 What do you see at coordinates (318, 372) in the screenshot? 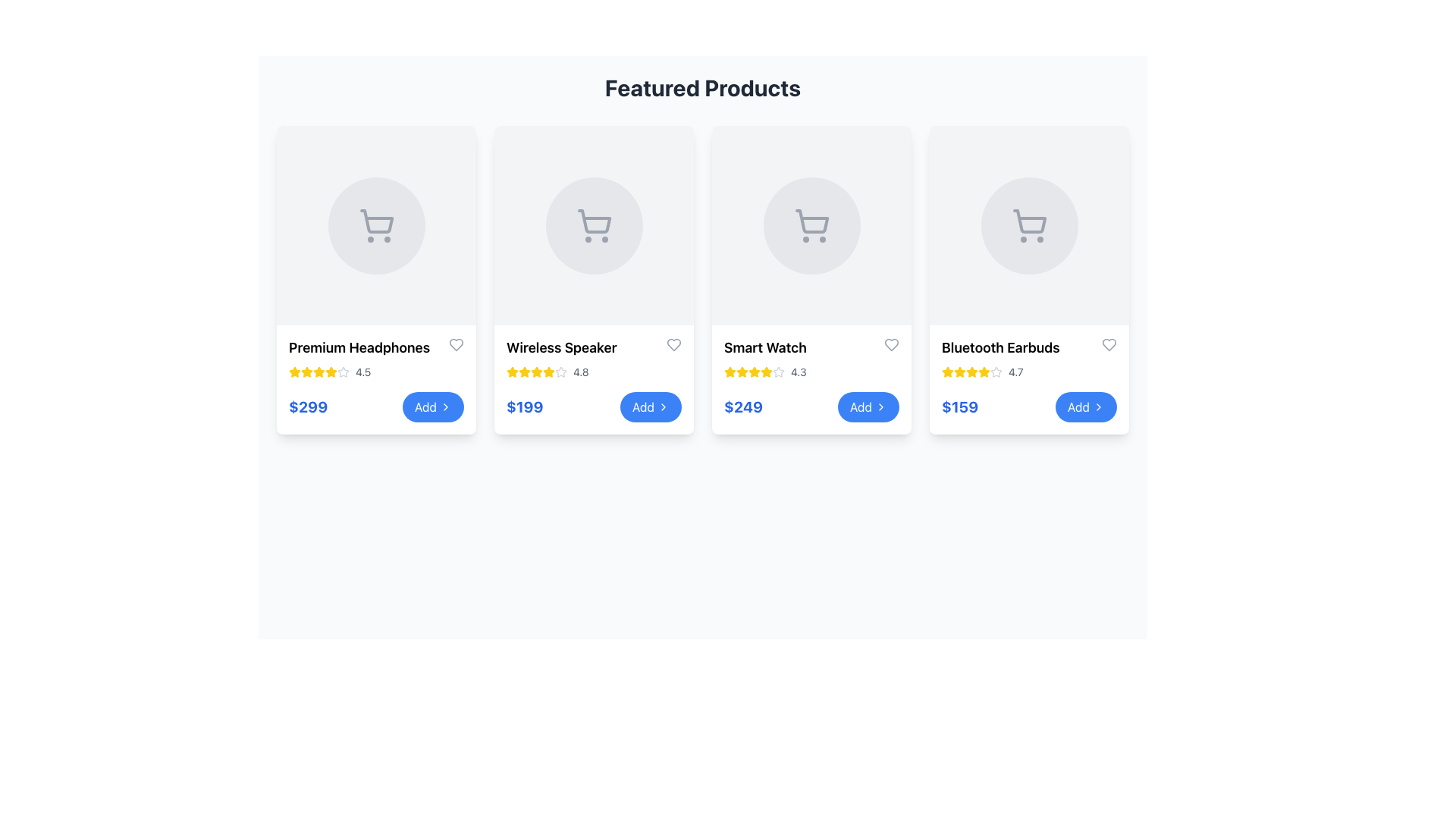
I see `the third star icon in the five-star rating display for the 'Premium Headphones' product in the 'Featured Products' list` at bounding box center [318, 372].